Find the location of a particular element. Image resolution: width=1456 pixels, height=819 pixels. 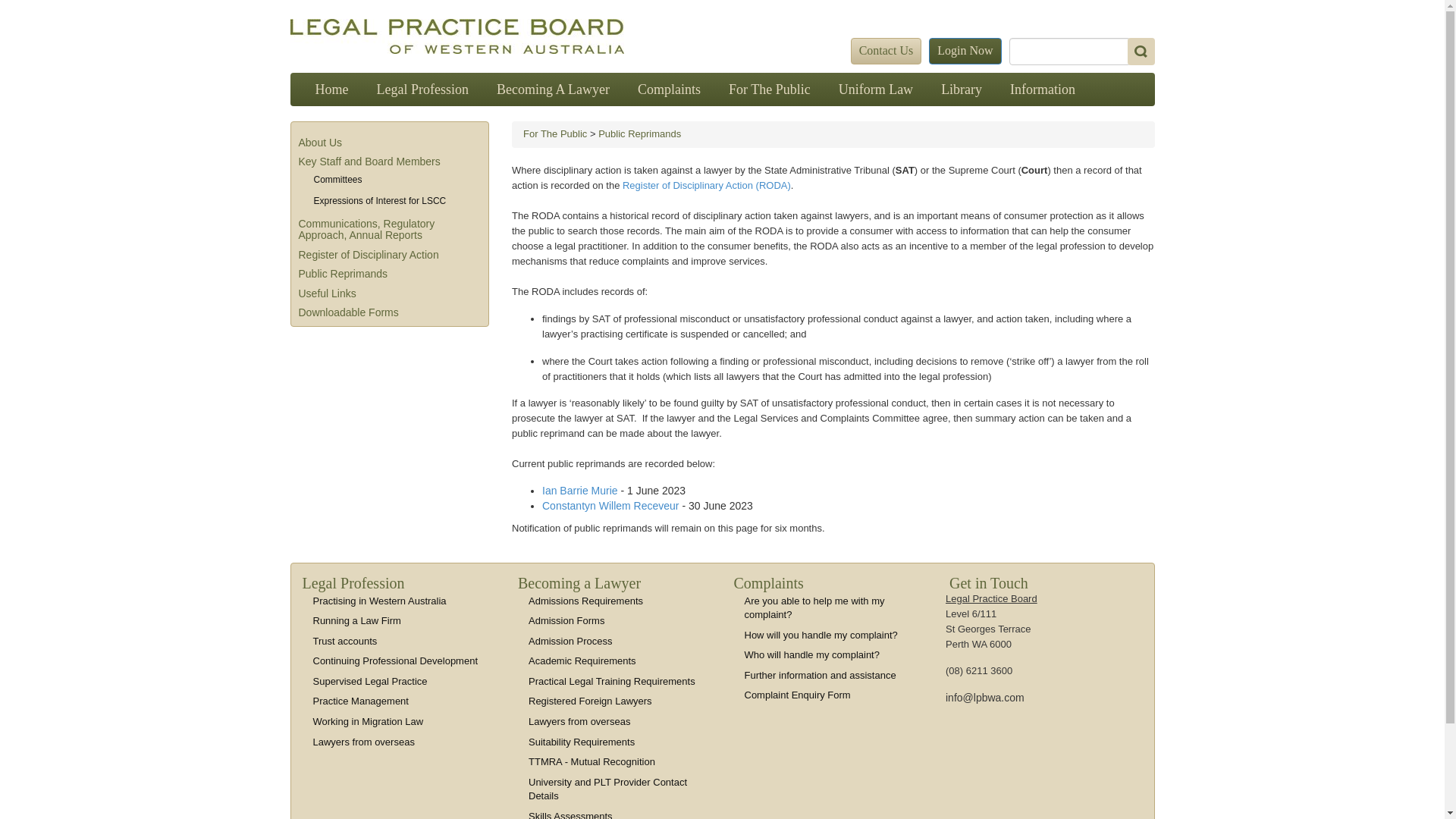

'Constantyn Willem Receveur' is located at coordinates (542, 506).